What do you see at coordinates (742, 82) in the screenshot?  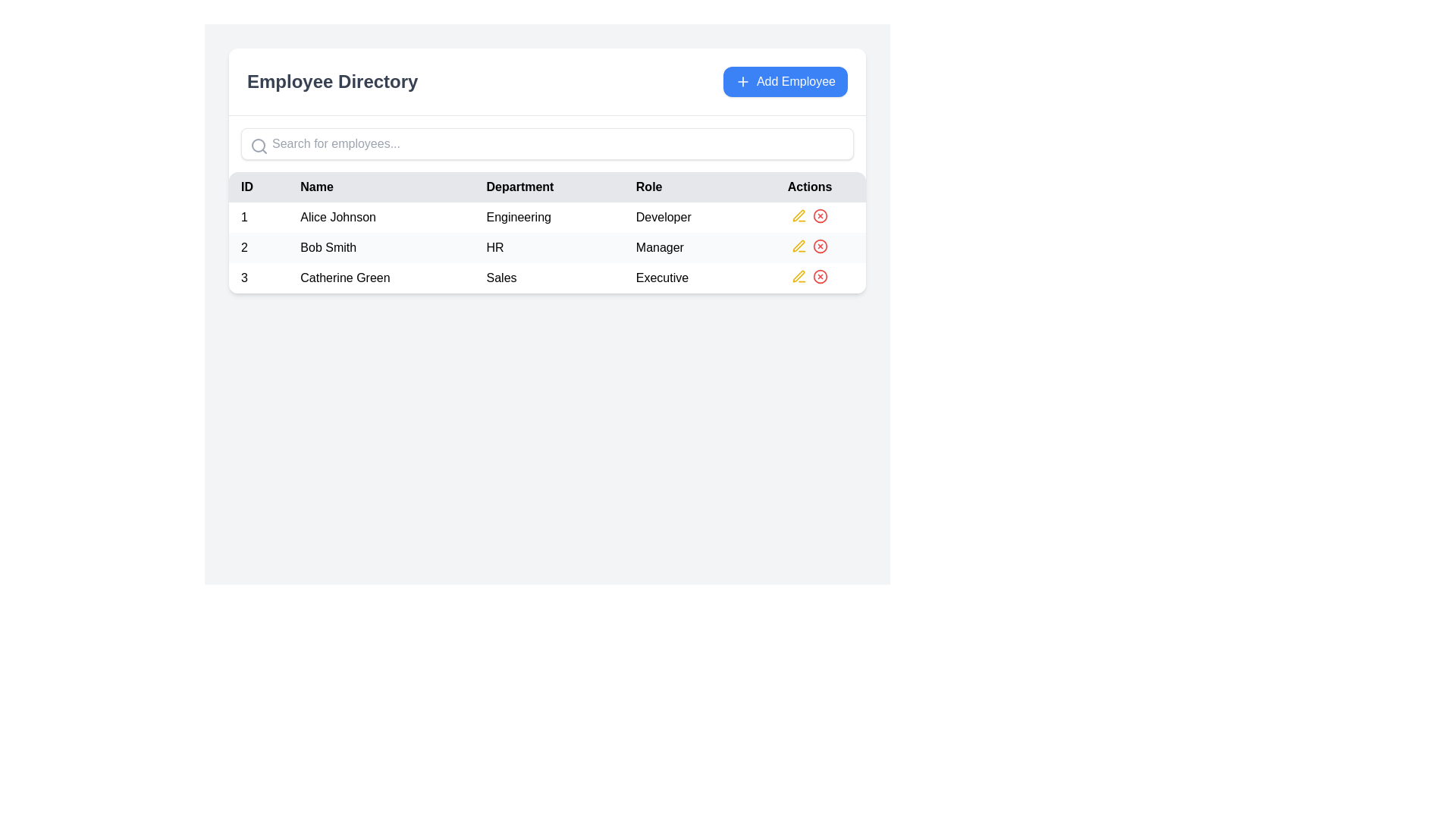 I see `the 'Add Employee' button, which contains a small blue plus sign icon to the left of the text 'Add Employee'` at bounding box center [742, 82].